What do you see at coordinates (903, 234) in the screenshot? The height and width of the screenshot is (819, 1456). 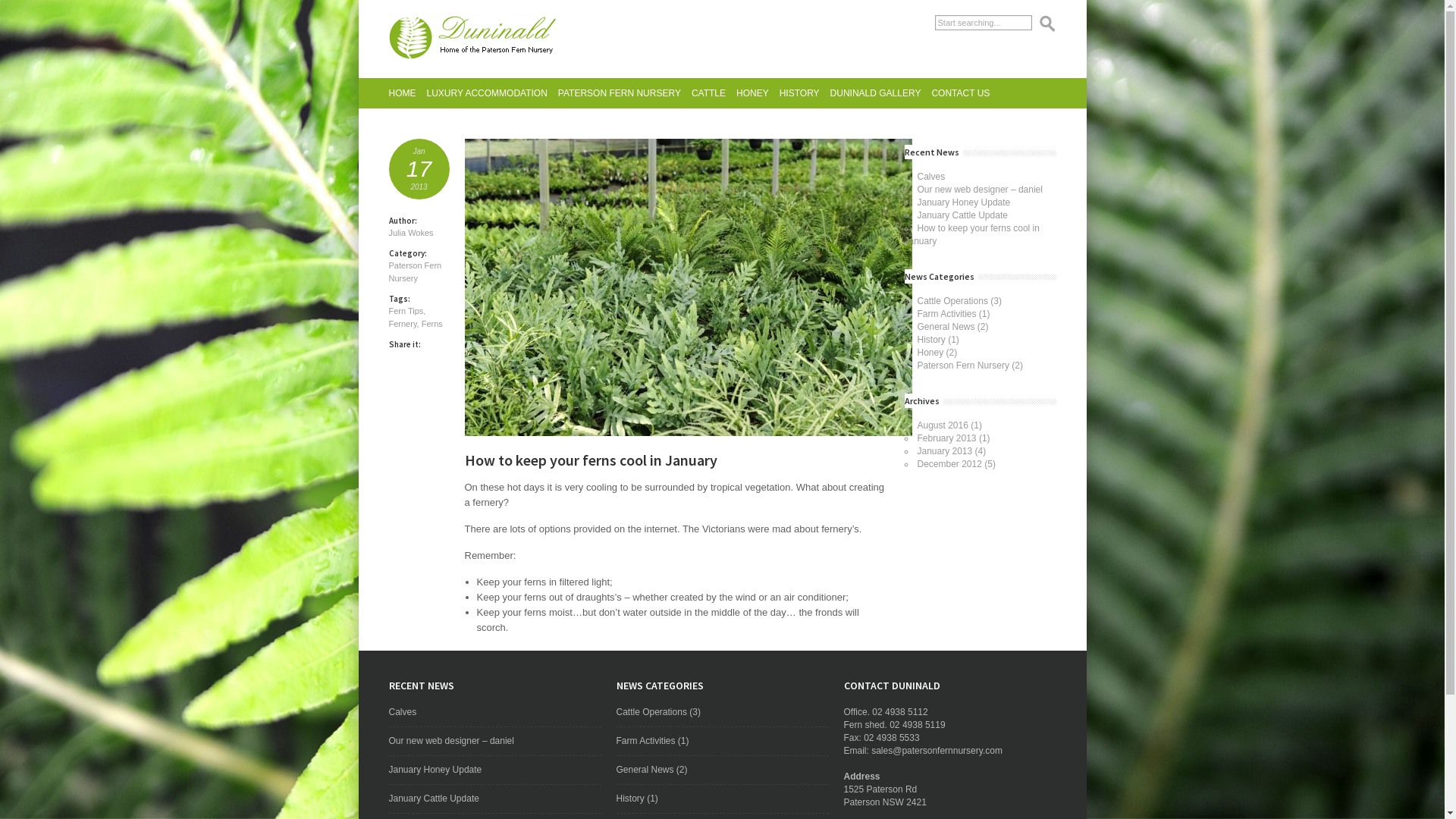 I see `'How to keep your ferns cool in January'` at bounding box center [903, 234].